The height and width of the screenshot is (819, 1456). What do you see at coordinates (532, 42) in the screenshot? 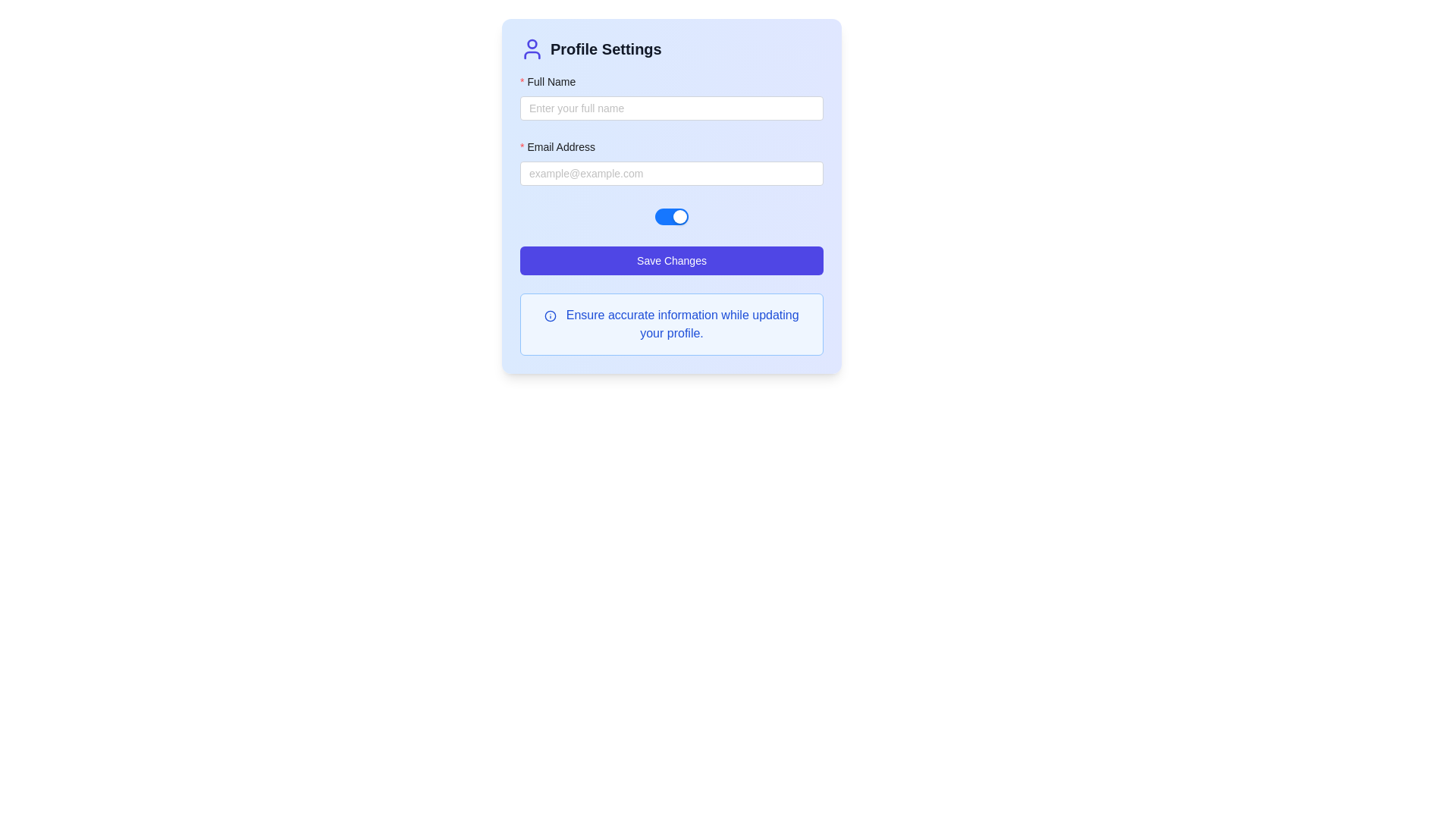
I see `the small circular shape located in the top-left corner of the profile settings modal, which is part of the user icon within an SVG graphic` at bounding box center [532, 42].